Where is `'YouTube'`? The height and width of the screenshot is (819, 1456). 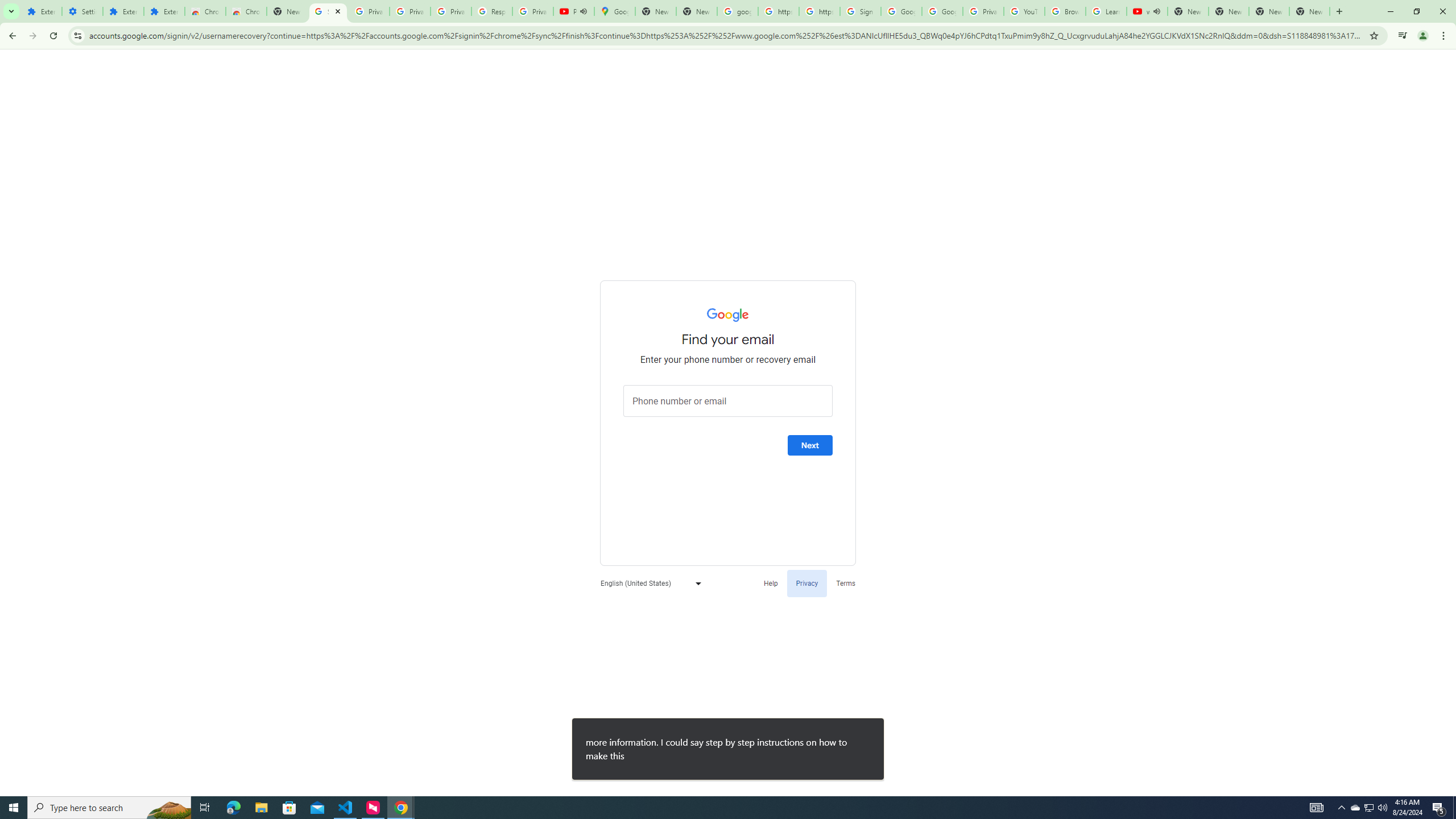
'YouTube' is located at coordinates (1023, 11).